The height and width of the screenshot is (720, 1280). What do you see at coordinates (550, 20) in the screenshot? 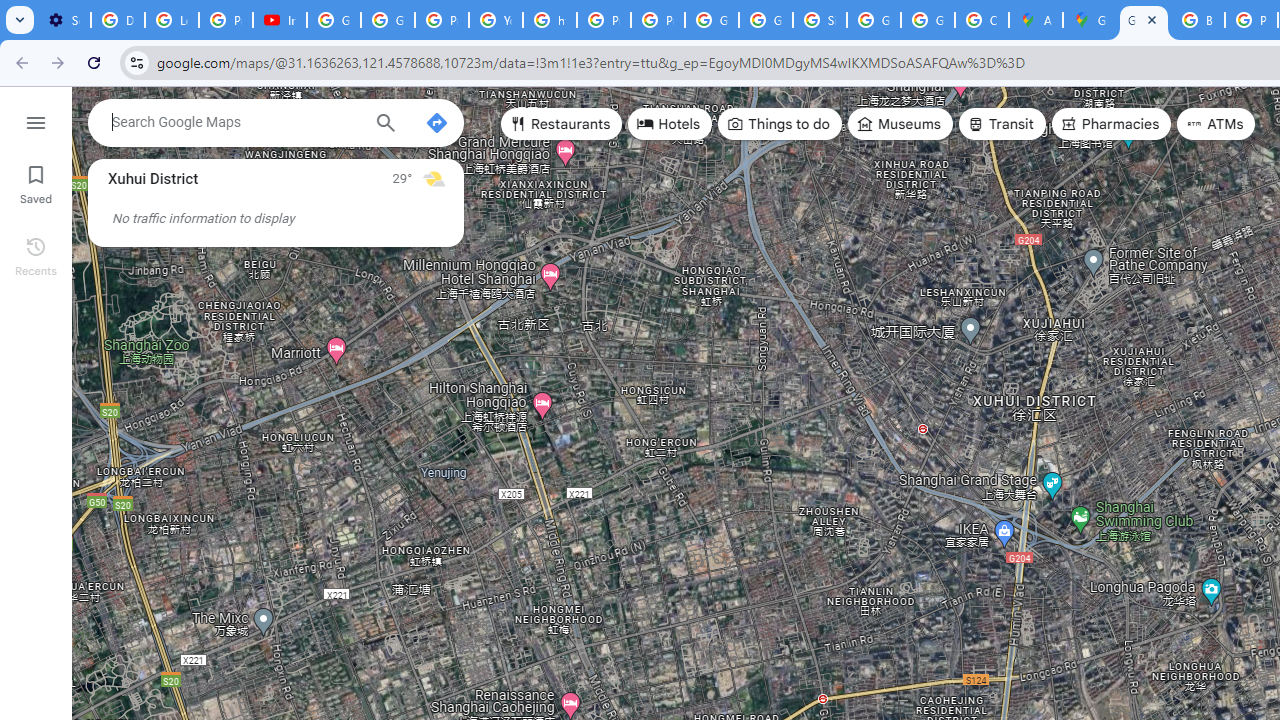
I see `'https://scholar.google.com/'` at bounding box center [550, 20].